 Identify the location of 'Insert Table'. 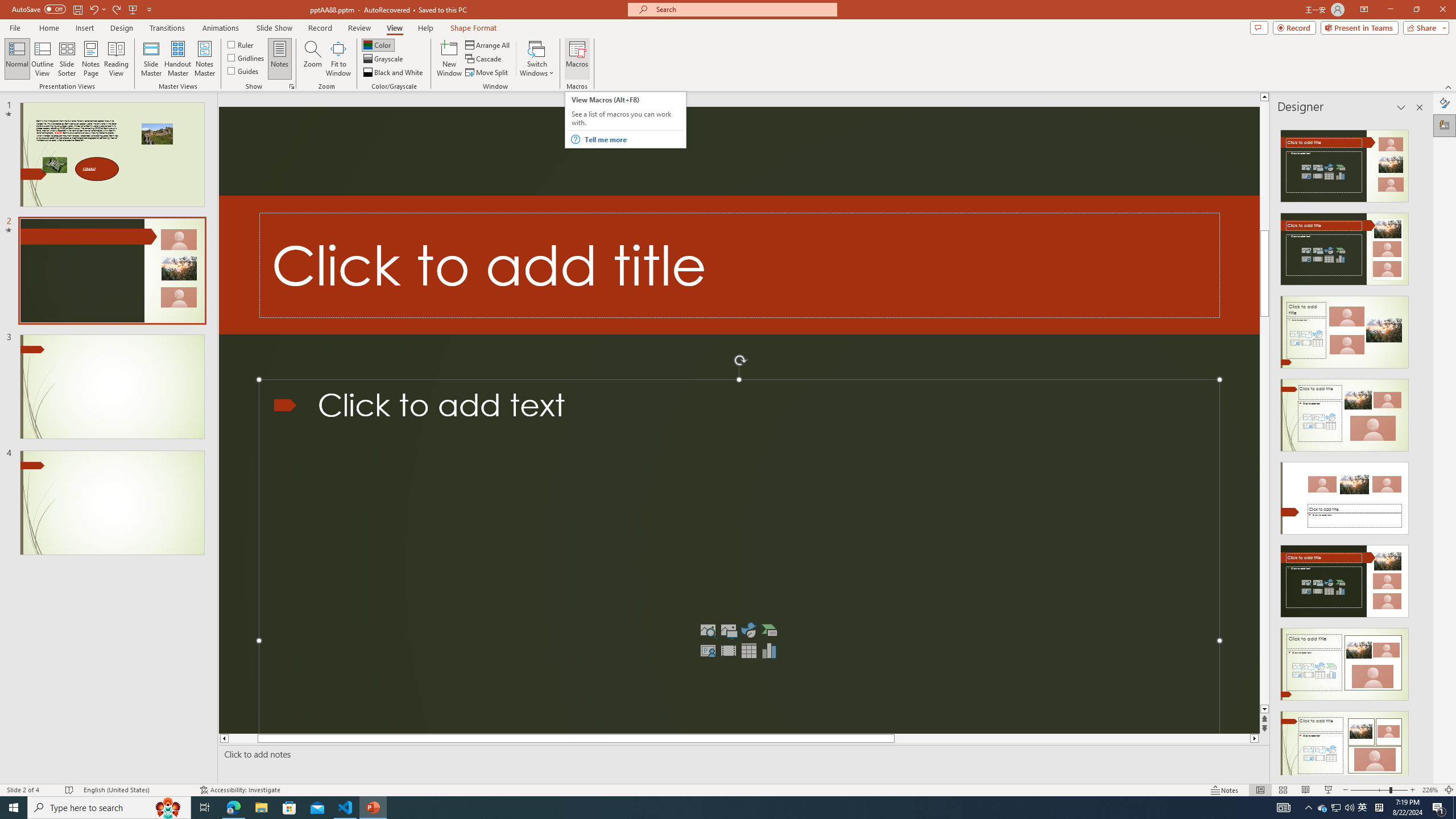
(748, 651).